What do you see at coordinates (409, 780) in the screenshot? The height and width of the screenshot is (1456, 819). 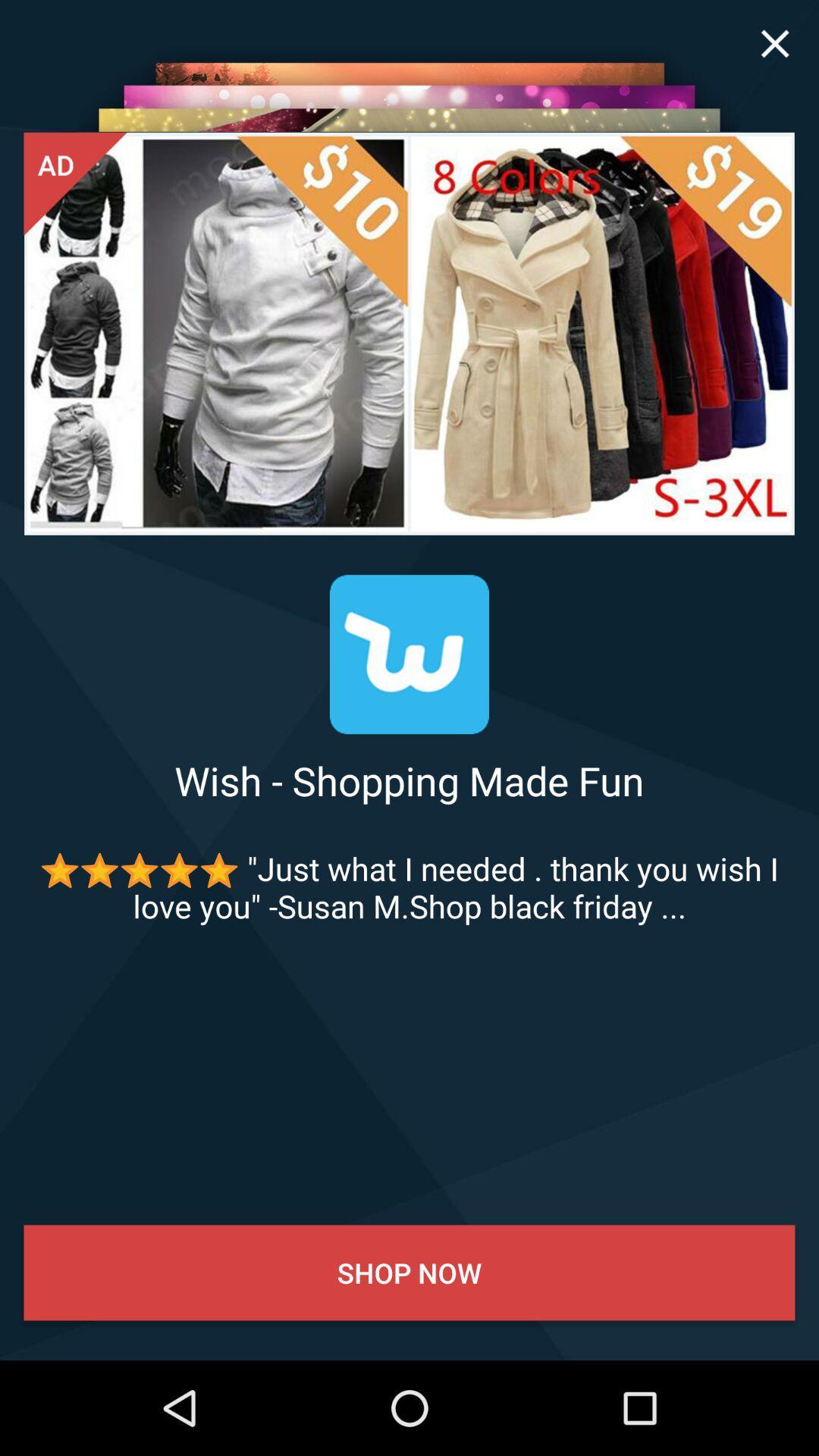 I see `wish shopping made` at bounding box center [409, 780].